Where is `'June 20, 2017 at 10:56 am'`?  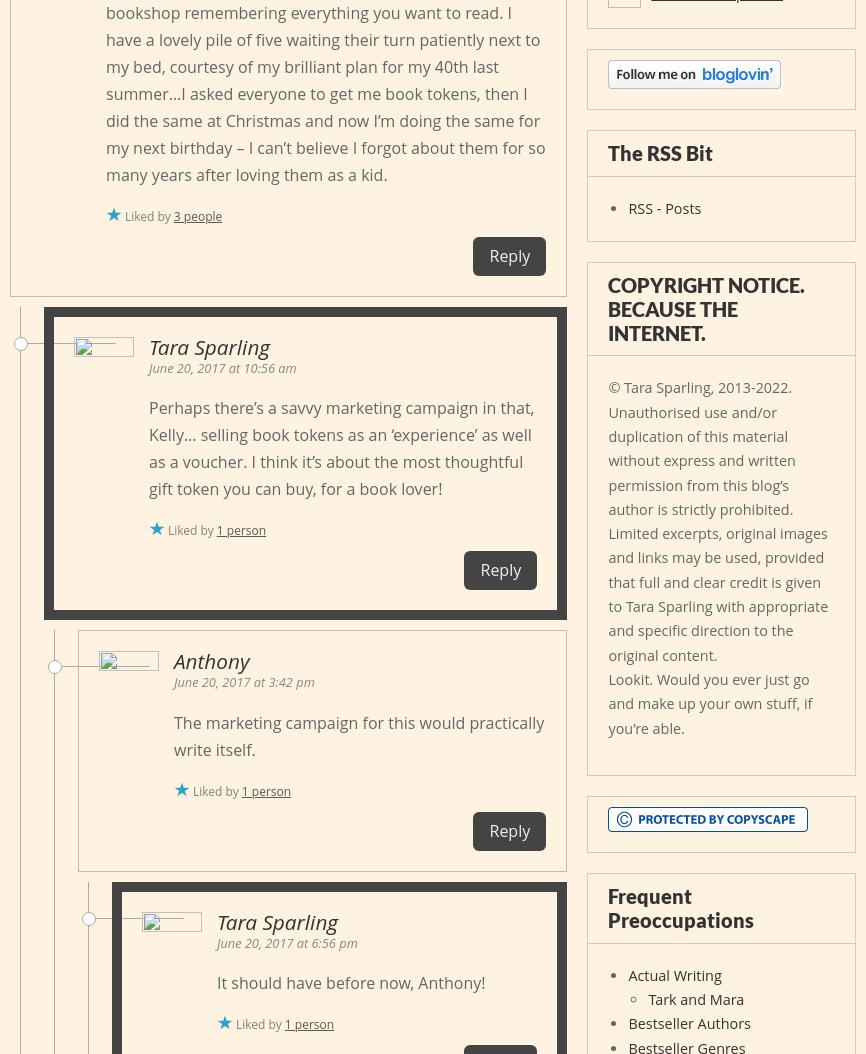
'June 20, 2017 at 10:56 am' is located at coordinates (221, 367).